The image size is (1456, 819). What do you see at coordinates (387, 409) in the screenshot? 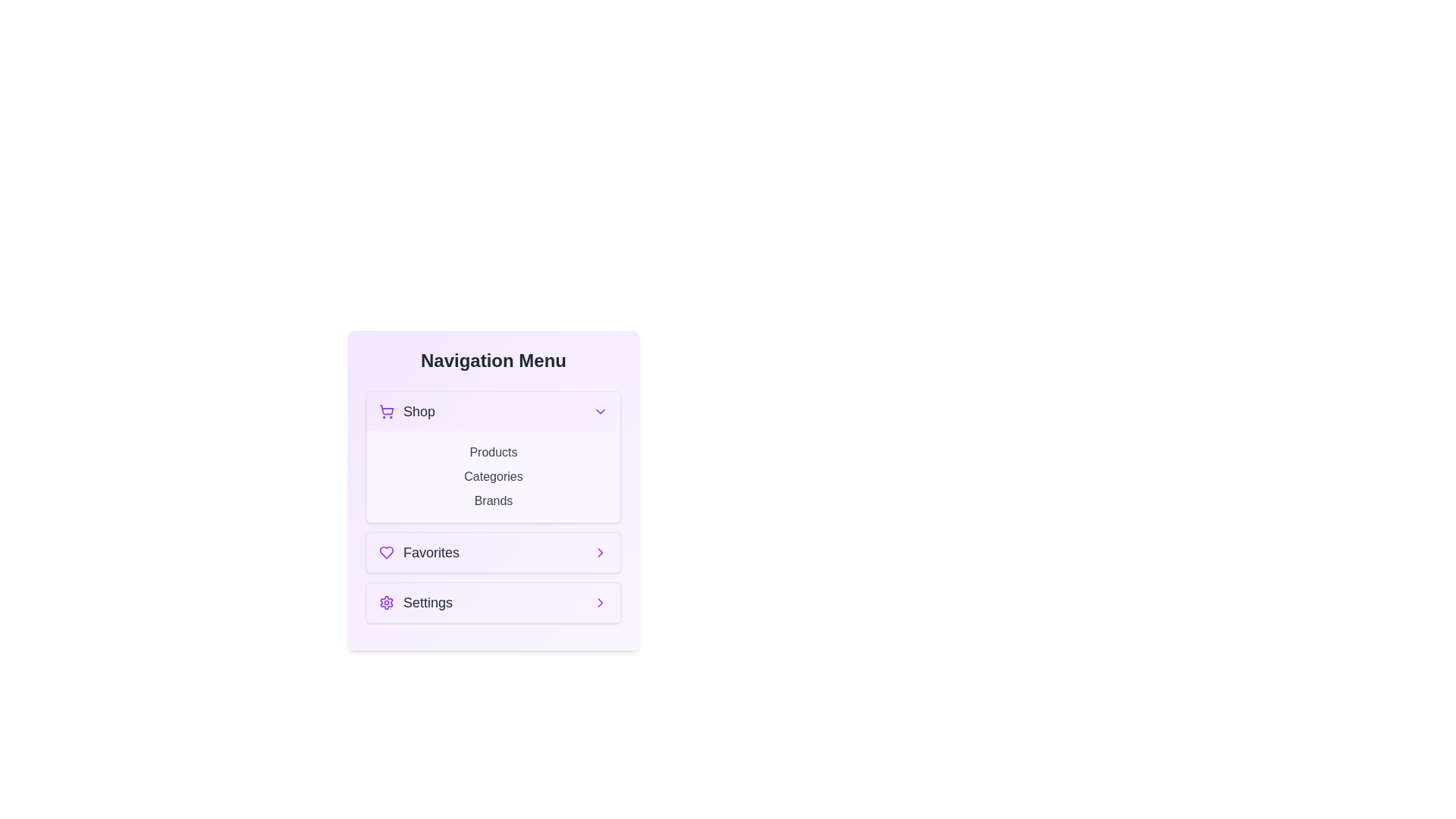
I see `SVG structure of the shopping cart icon with a bold purple outline located in the navigation area near the 'Shop' label` at bounding box center [387, 409].